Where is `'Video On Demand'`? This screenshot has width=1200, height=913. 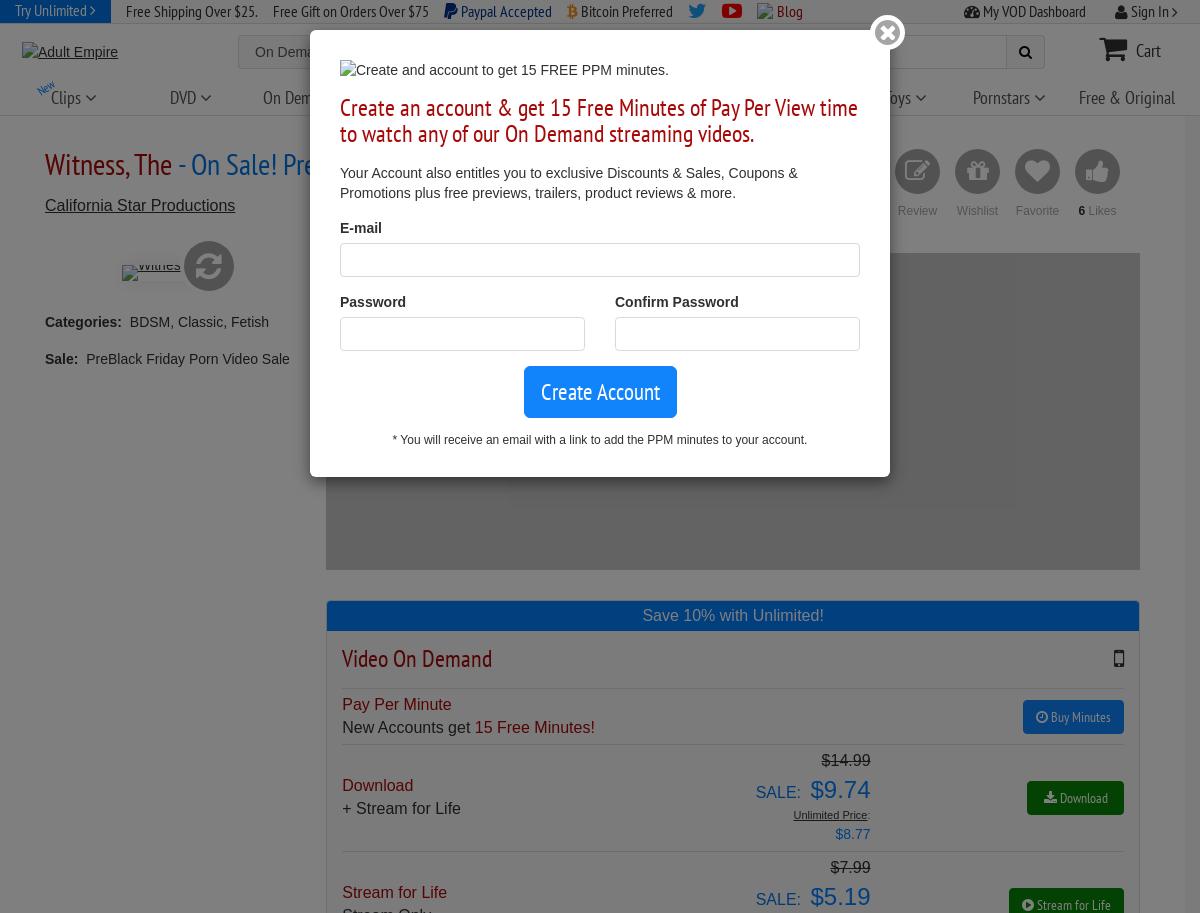 'Video On Demand' is located at coordinates (341, 657).